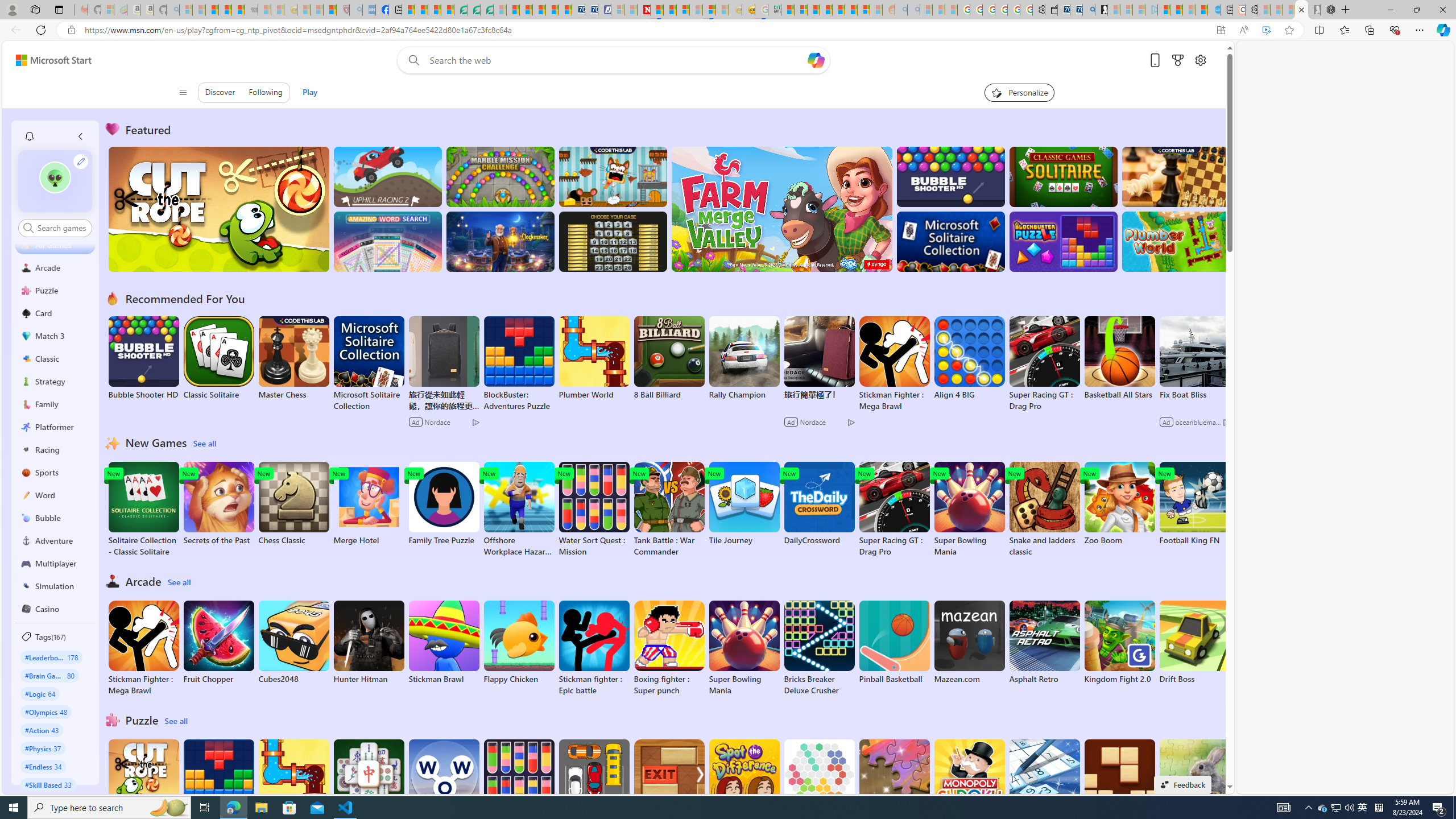 The width and height of the screenshot is (1456, 819). I want to click on 'Pinball Basketball', so click(895, 642).